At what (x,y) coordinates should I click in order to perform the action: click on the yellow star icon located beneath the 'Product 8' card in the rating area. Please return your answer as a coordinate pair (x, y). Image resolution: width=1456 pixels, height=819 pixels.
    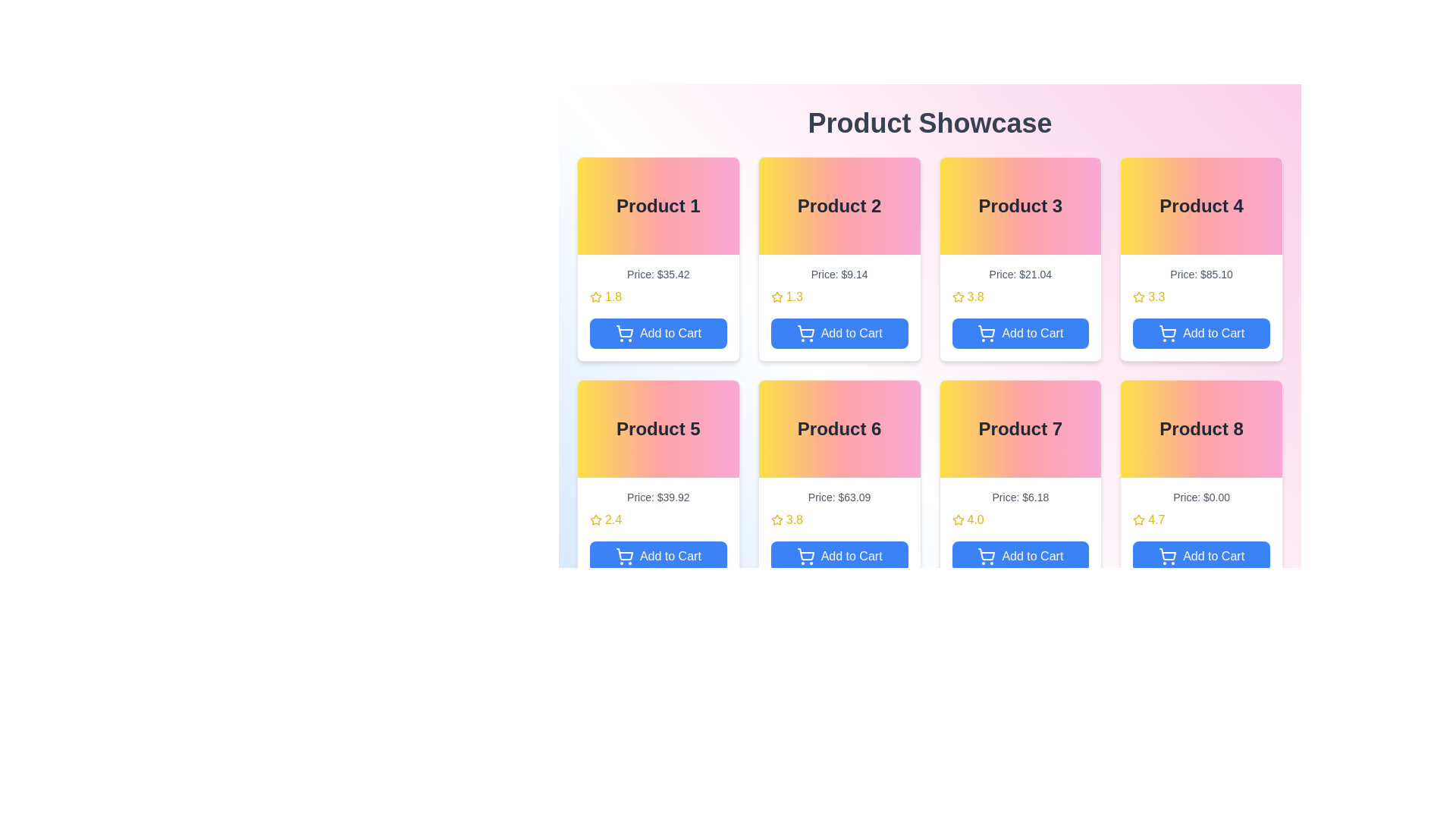
    Looking at the image, I should click on (1139, 519).